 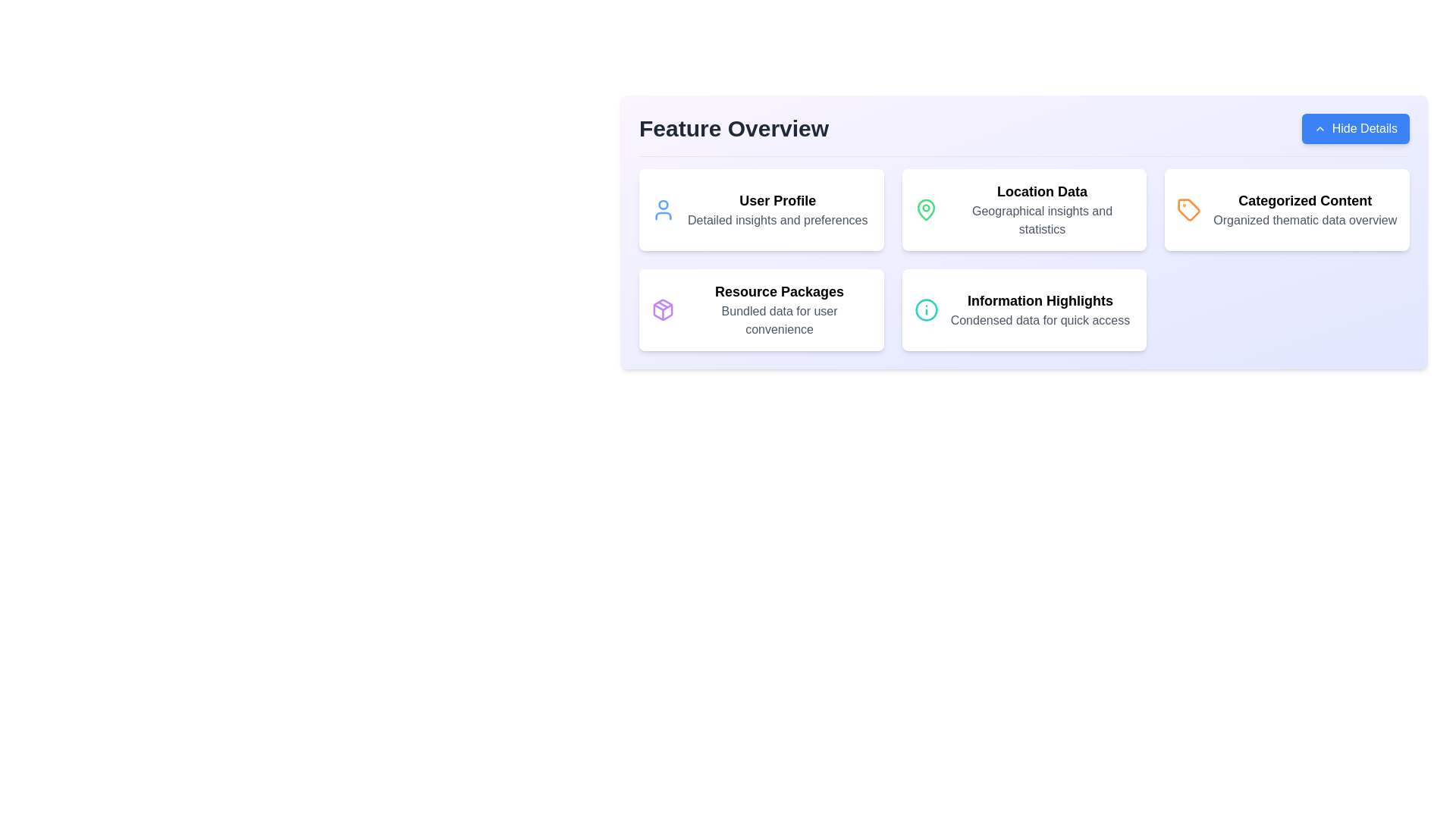 I want to click on text header located at the top-right of the card, which summarizes the content category or feature being described, so click(x=1304, y=200).